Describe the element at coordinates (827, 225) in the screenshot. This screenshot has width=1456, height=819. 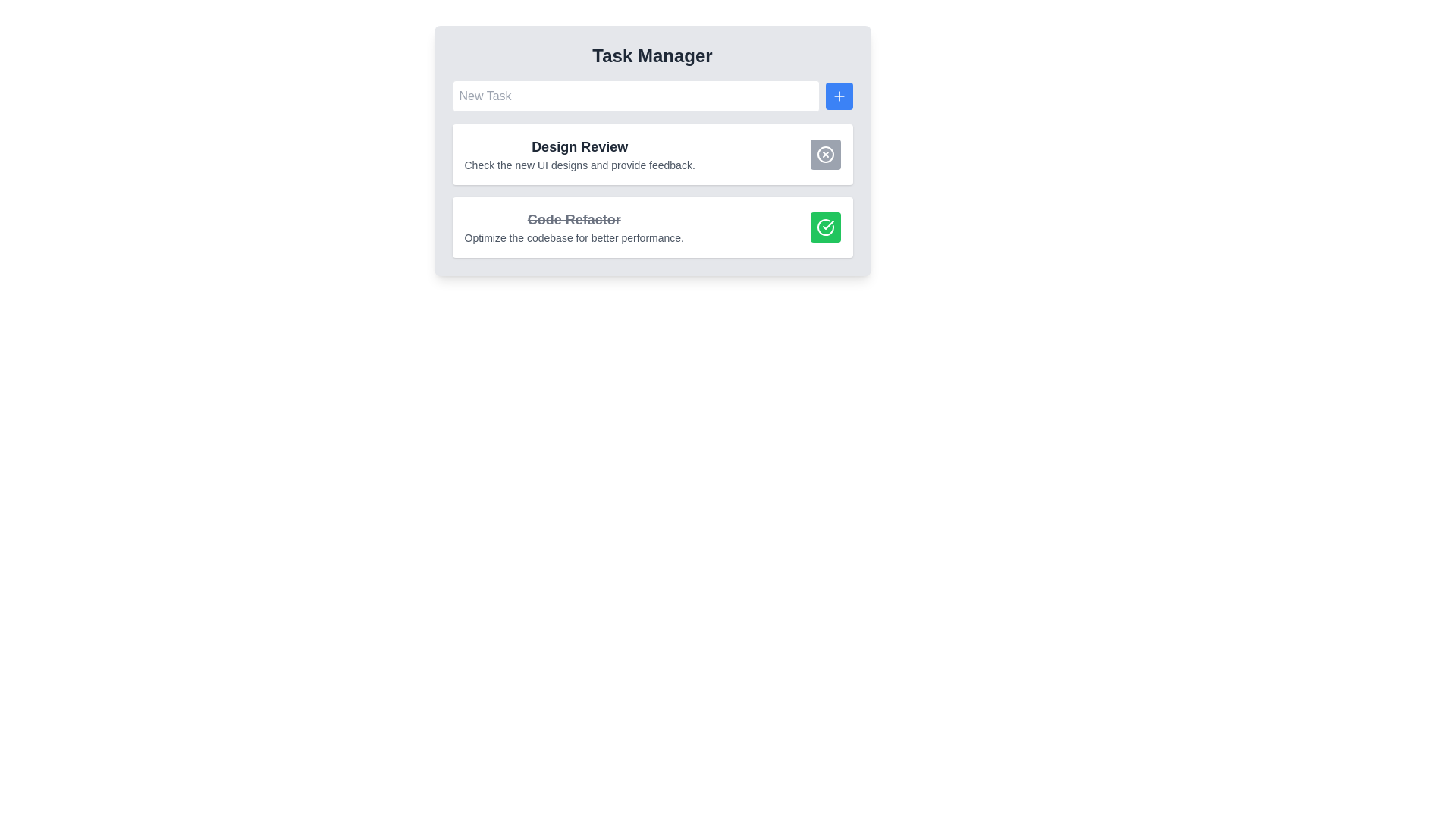
I see `the check mark icon within a green circular background, located in the 'Code Refactor' task item at the bottom of the task list` at that location.